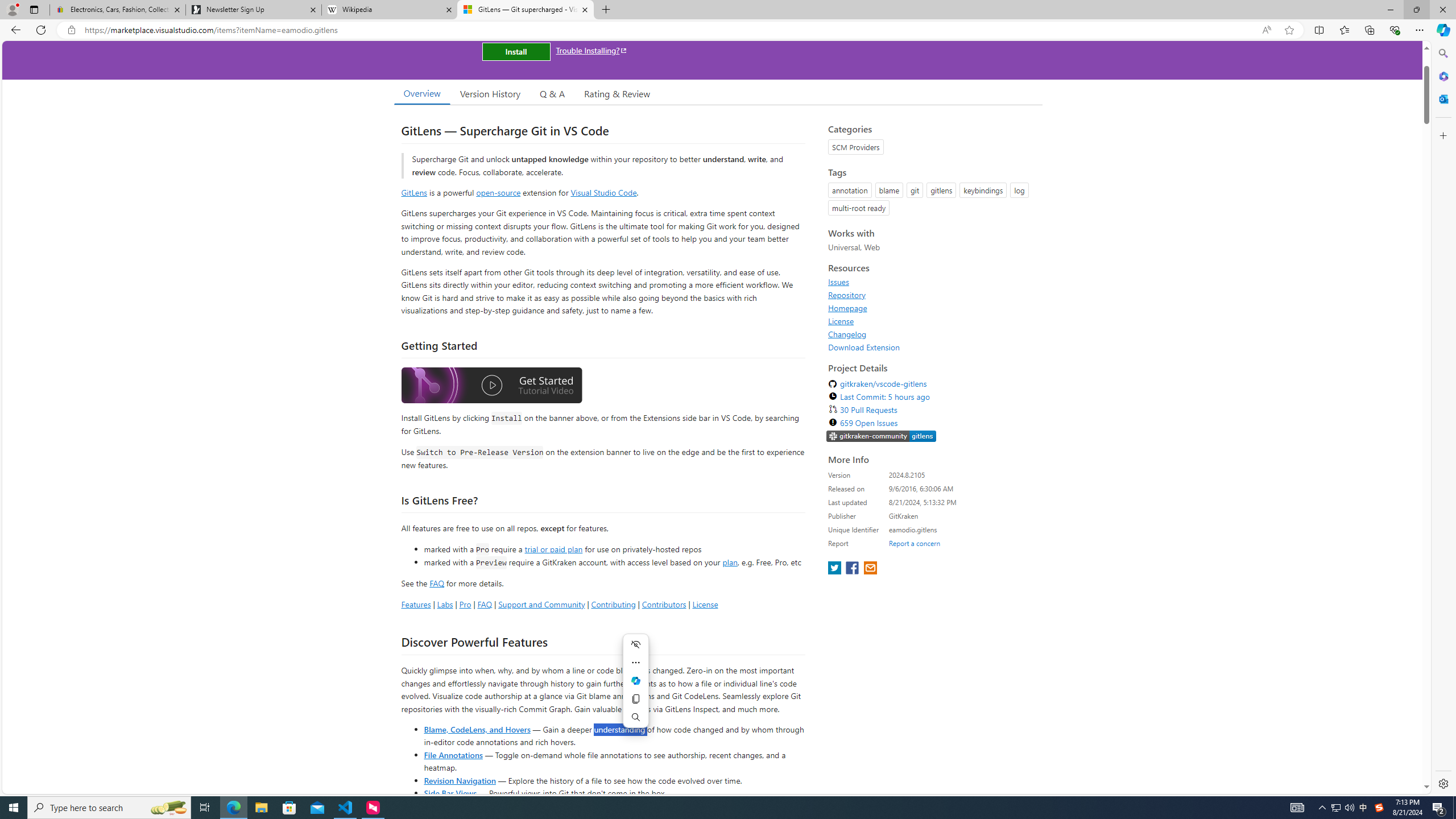  Describe the element at coordinates (635, 662) in the screenshot. I see `'More actions'` at that location.